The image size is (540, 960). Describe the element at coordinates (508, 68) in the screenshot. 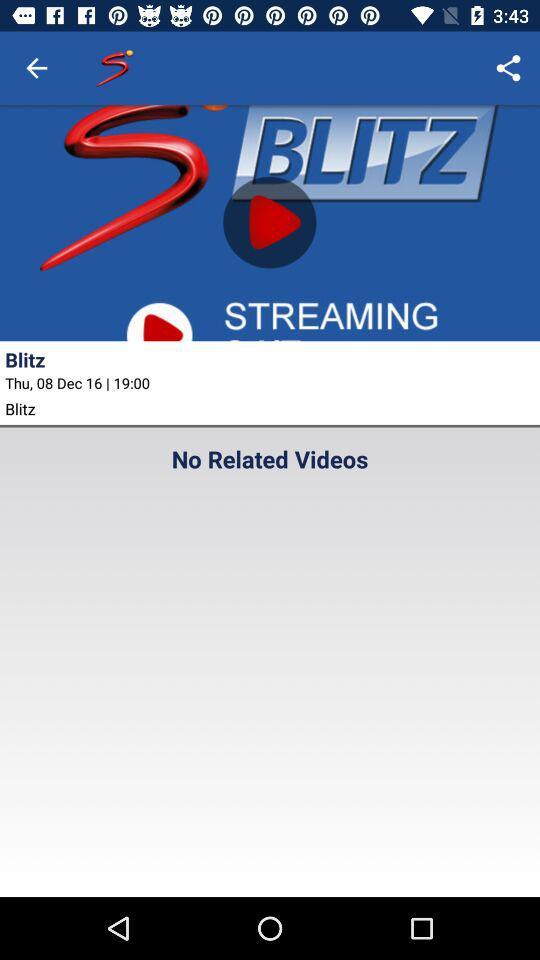

I see `the icon at the top right corner` at that location.